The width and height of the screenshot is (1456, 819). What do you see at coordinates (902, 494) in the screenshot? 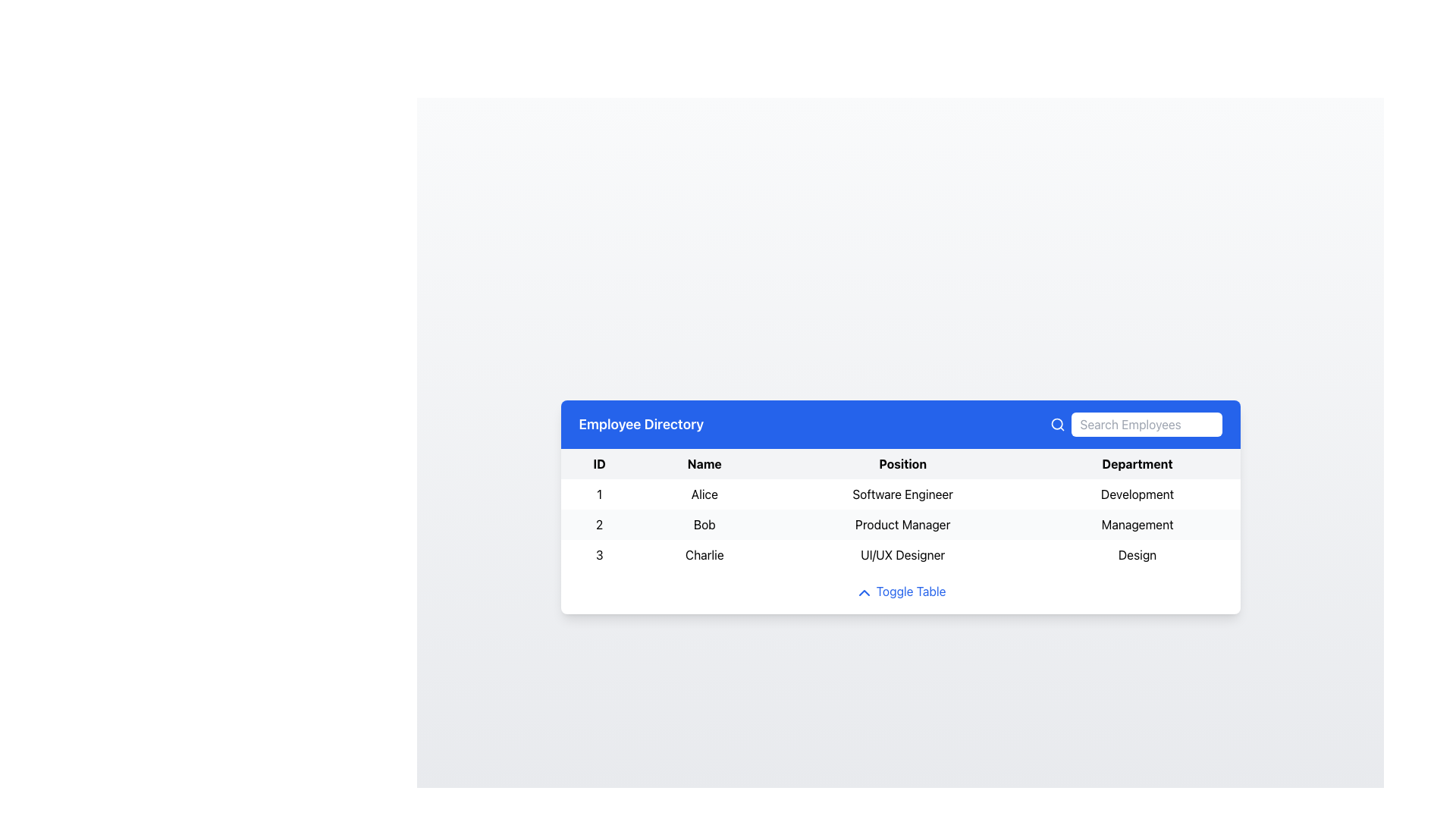
I see `the Static Text element displaying 'Software Engineer' in the first row of the table under the 'Position' column` at bounding box center [902, 494].